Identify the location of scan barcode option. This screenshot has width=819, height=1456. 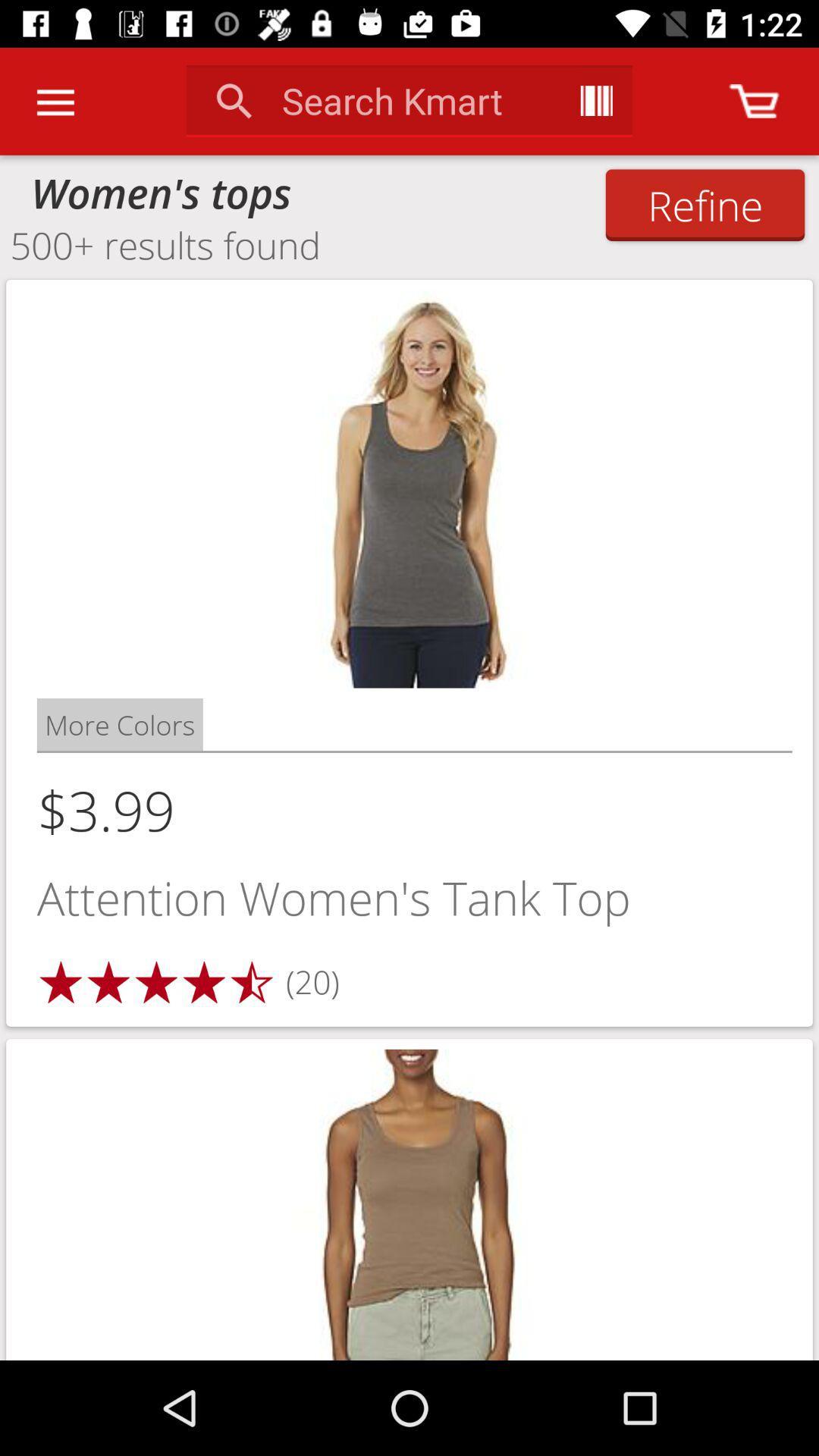
(595, 100).